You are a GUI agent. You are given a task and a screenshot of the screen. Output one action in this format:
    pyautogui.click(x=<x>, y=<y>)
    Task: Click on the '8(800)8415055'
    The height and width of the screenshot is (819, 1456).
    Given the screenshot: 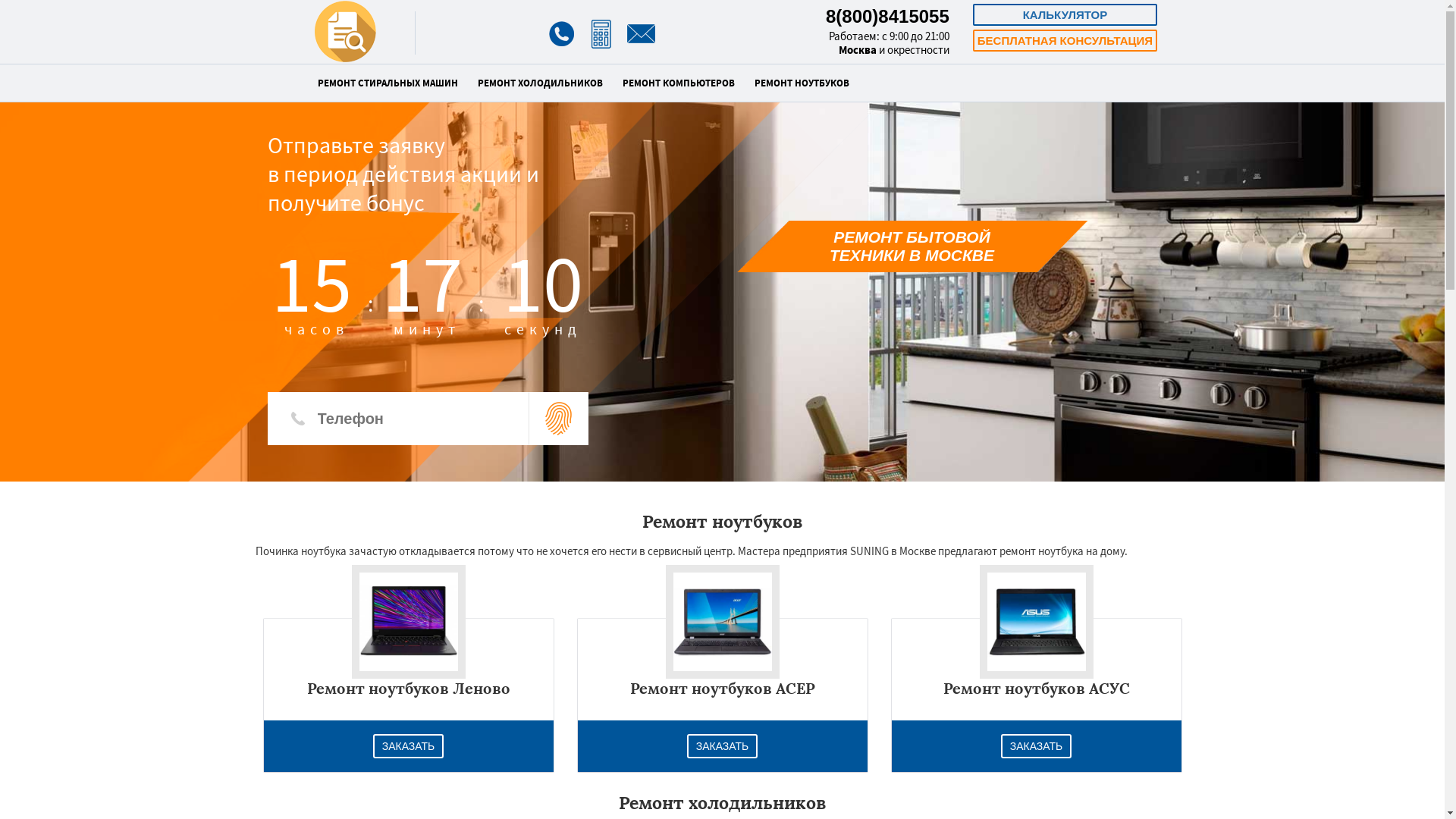 What is the action you would take?
    pyautogui.click(x=887, y=16)
    